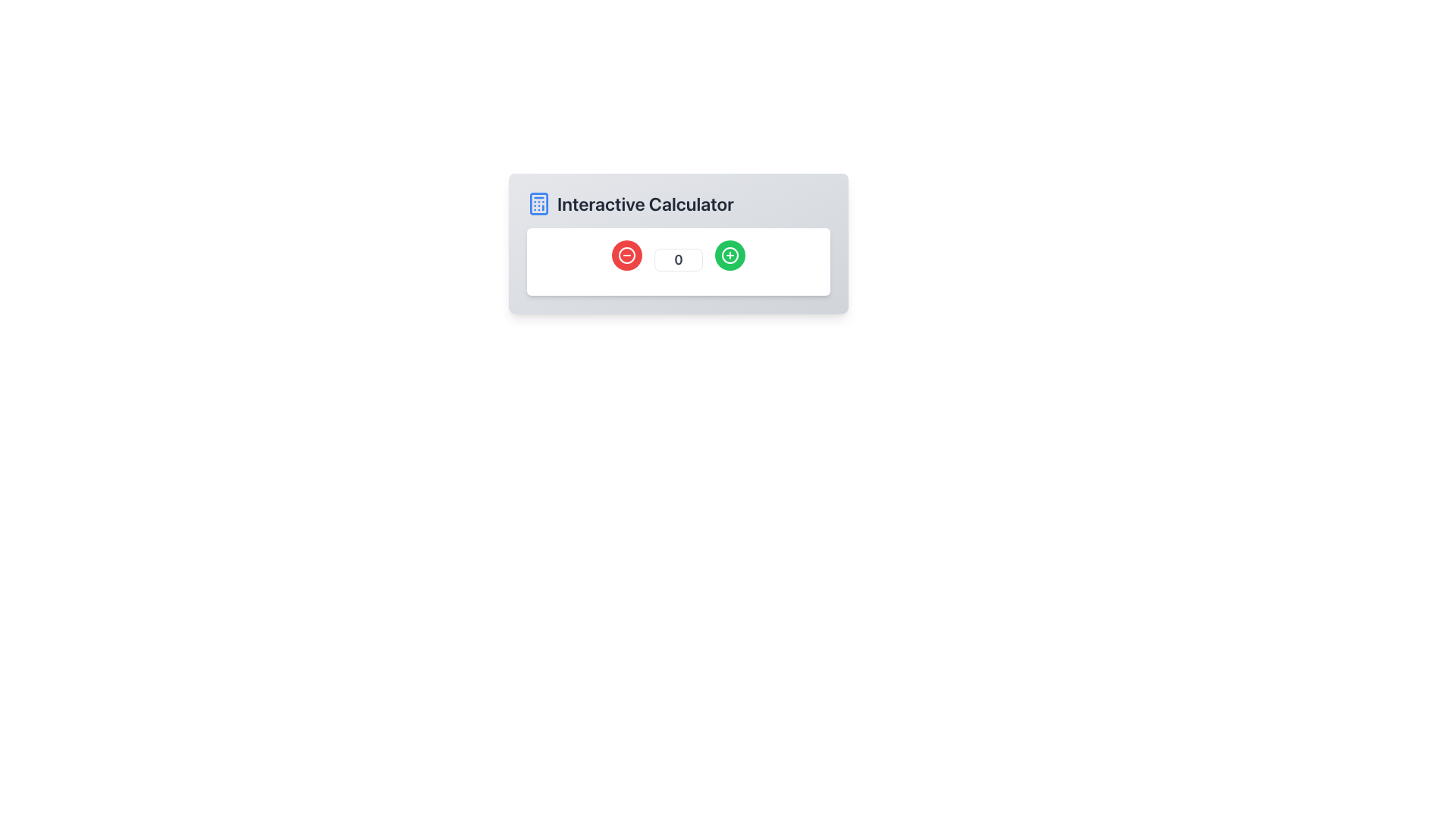  I want to click on the button to decrease the numerical value displayed in the calculator interface, which is centrally positioned to the left of the numeric display and the green circular button with a plus sign, so click(626, 254).